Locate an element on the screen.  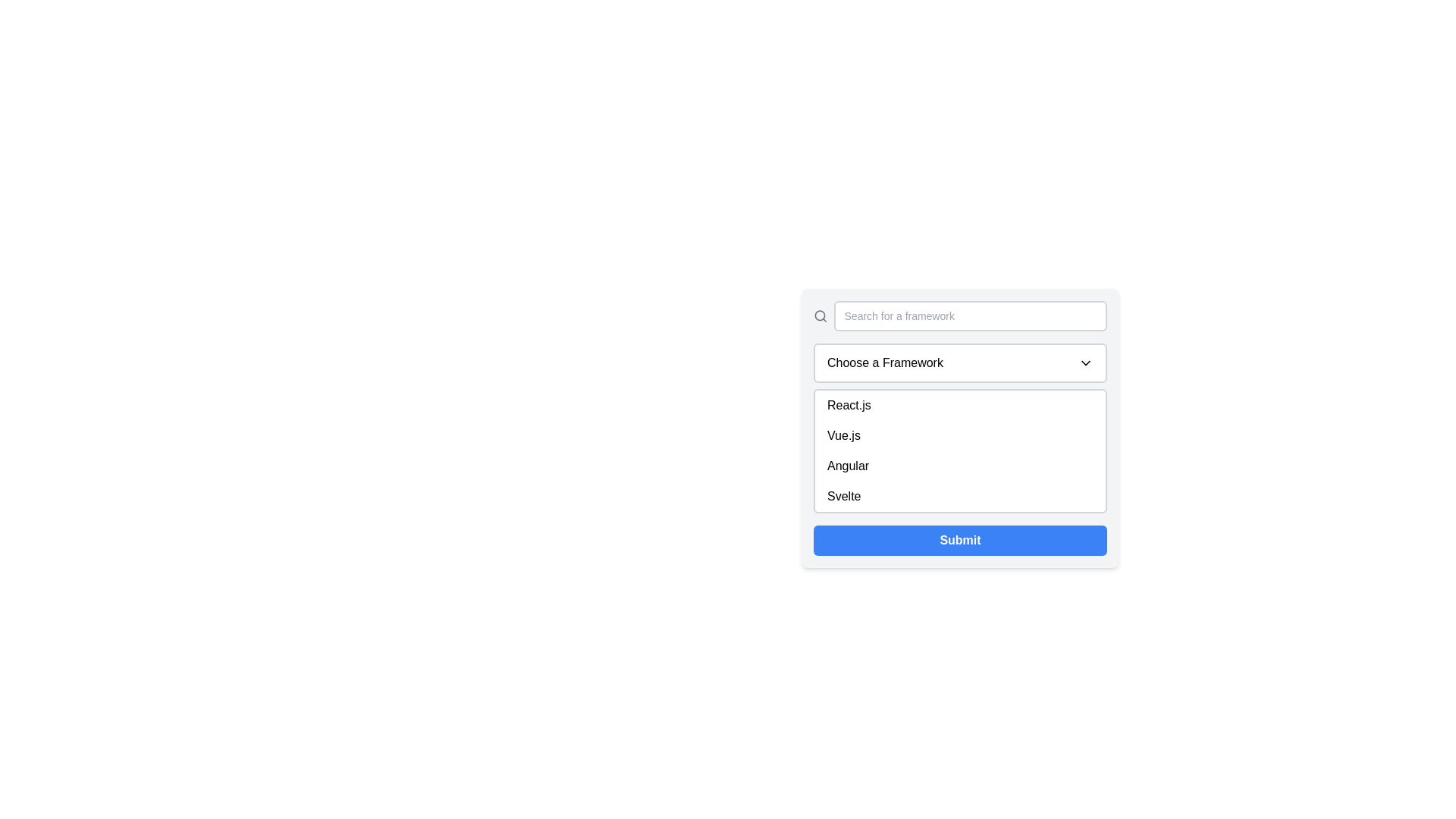
the third item in the dropdown list that allows the selection of 'Angular', located between 'Vue.js' and 'Svelte' is located at coordinates (959, 465).